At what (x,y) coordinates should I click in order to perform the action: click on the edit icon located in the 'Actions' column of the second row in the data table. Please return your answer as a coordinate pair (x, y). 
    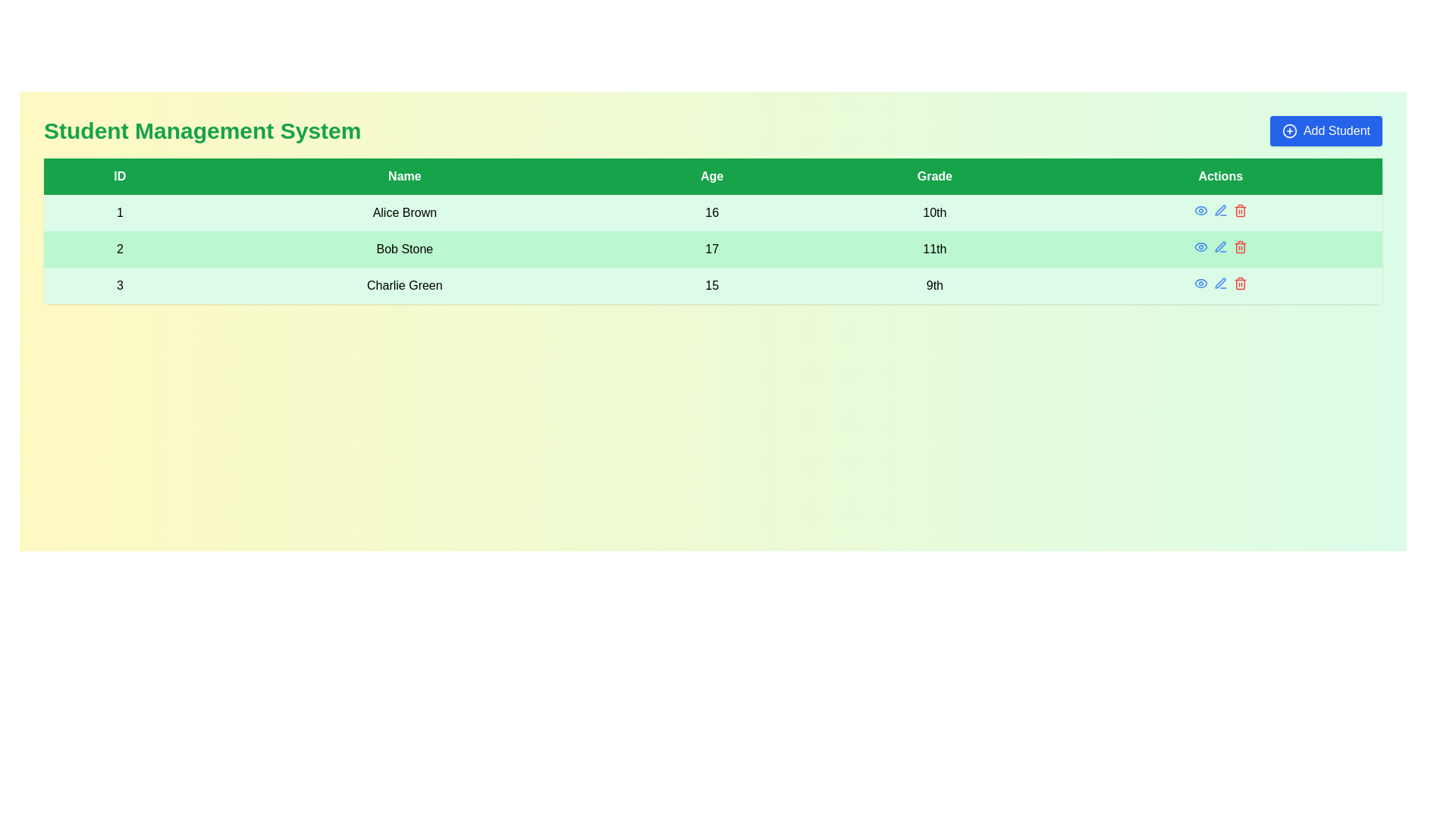
    Looking at the image, I should click on (1220, 210).